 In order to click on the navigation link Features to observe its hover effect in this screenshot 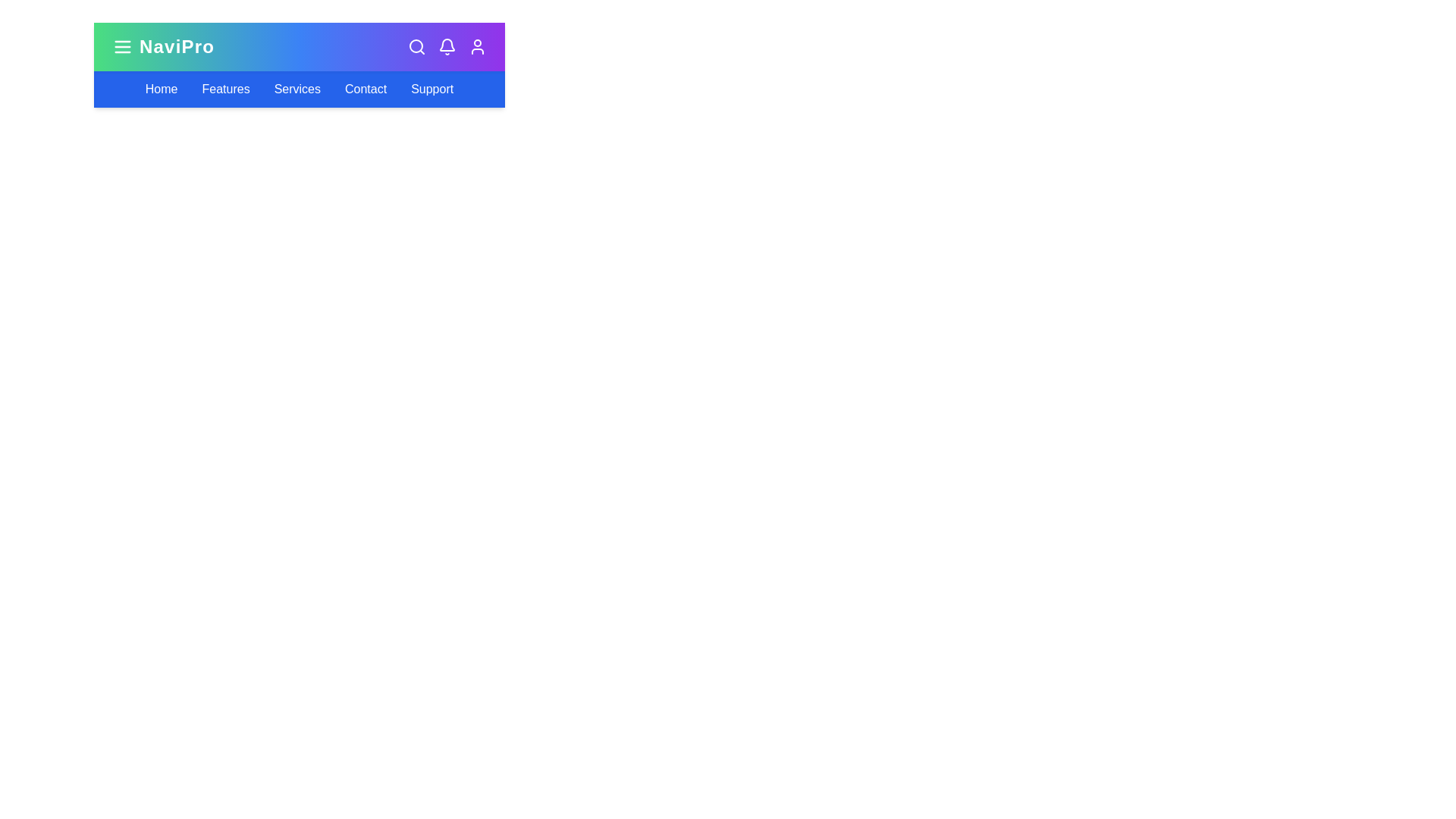, I will do `click(224, 89)`.